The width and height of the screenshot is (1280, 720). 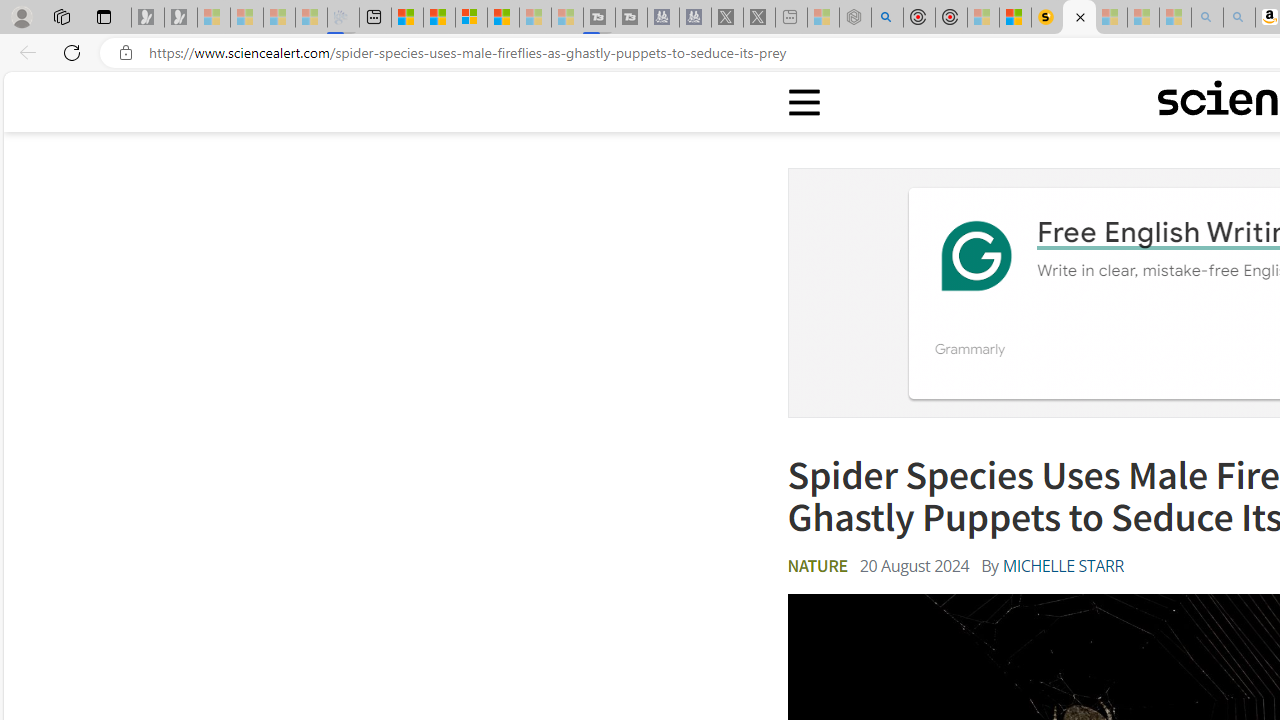 I want to click on 'Amazon Echo Dot PNG - Search Images - Sleeping', so click(x=1238, y=17).